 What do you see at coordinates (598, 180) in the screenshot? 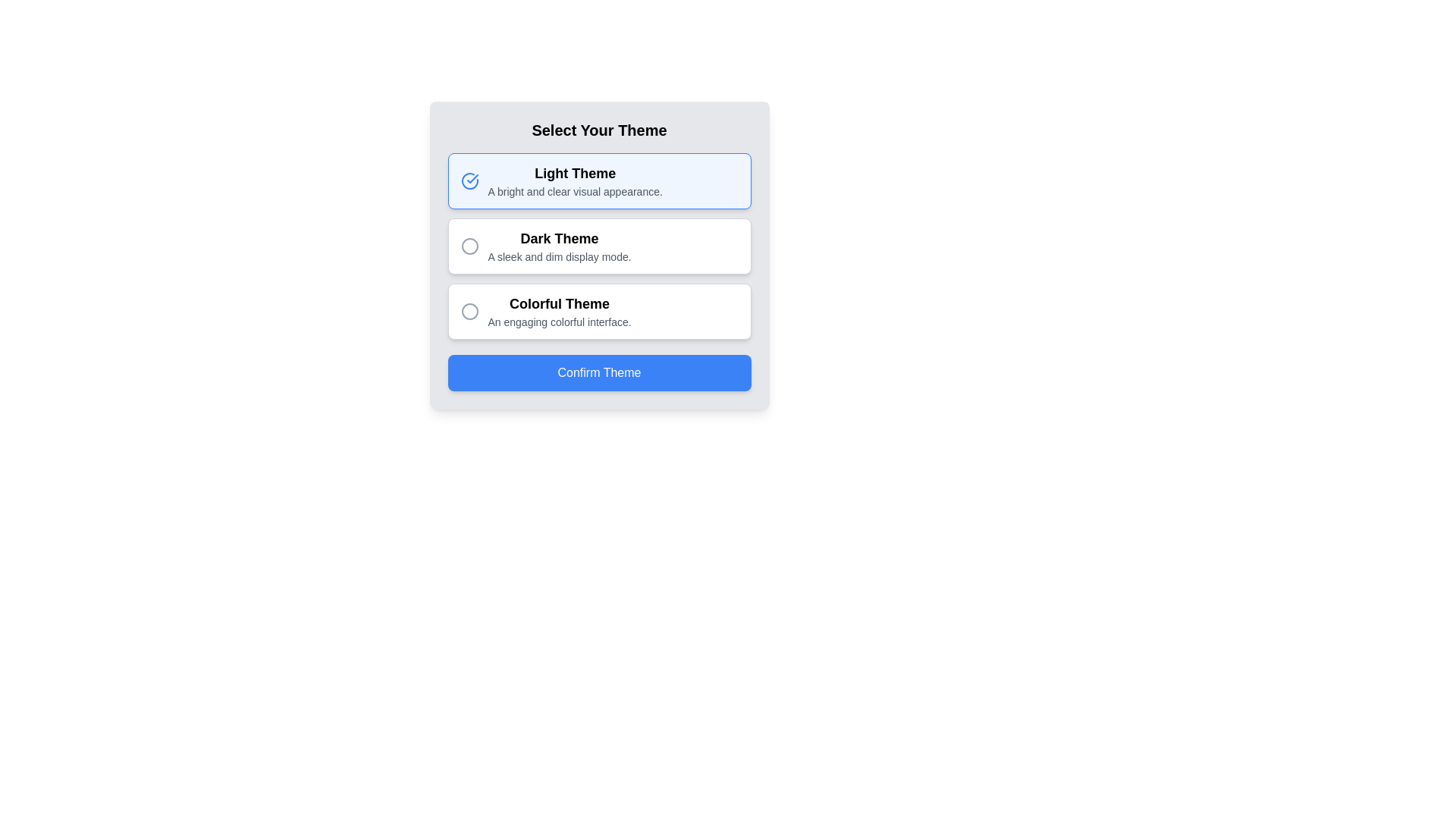
I see `the first radio button styled interactive list item labeled 'Light Theme', which has a light blue background and a checkmark icon` at bounding box center [598, 180].